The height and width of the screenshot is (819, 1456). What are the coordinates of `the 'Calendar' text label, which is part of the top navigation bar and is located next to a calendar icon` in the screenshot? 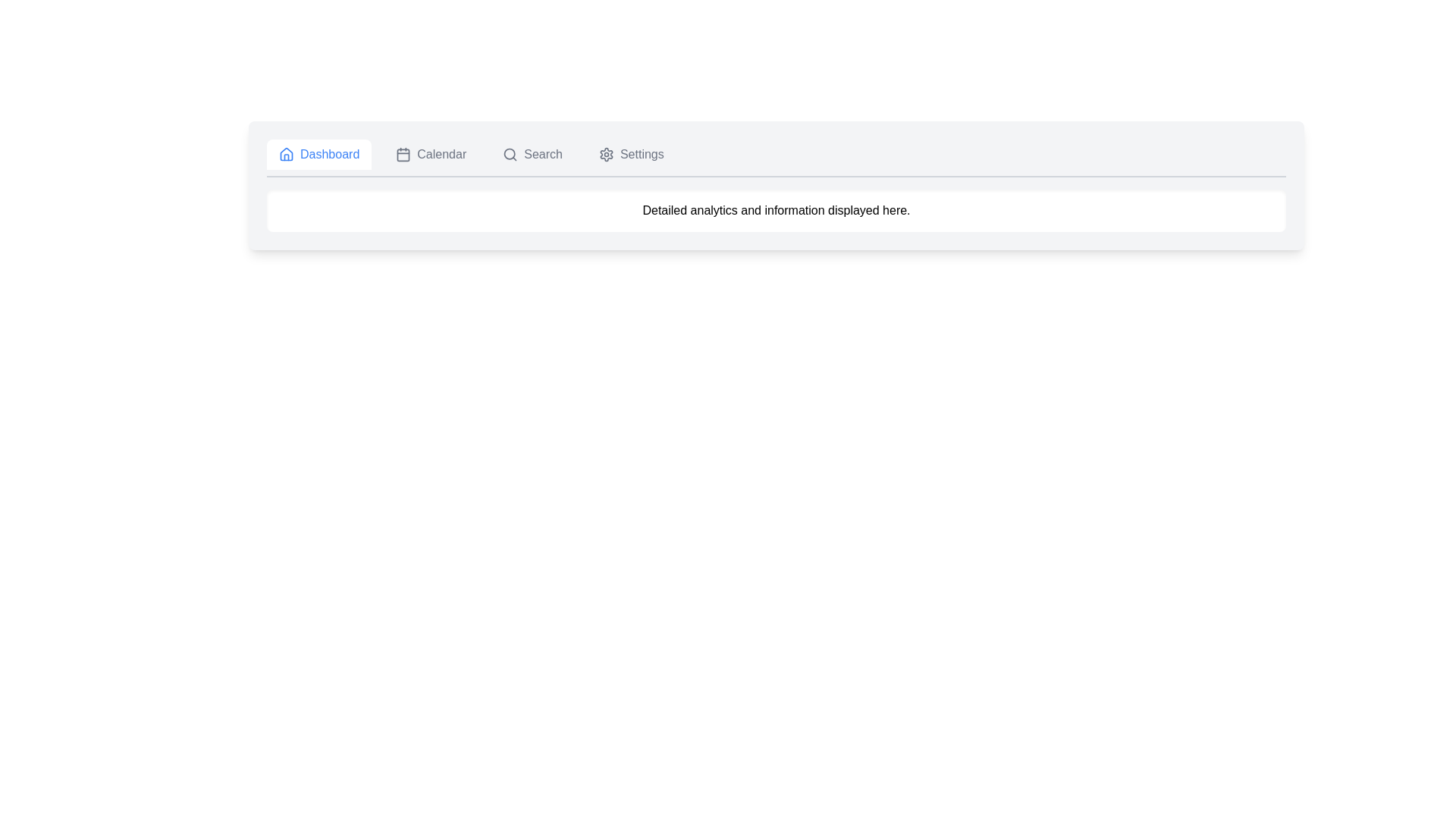 It's located at (441, 155).